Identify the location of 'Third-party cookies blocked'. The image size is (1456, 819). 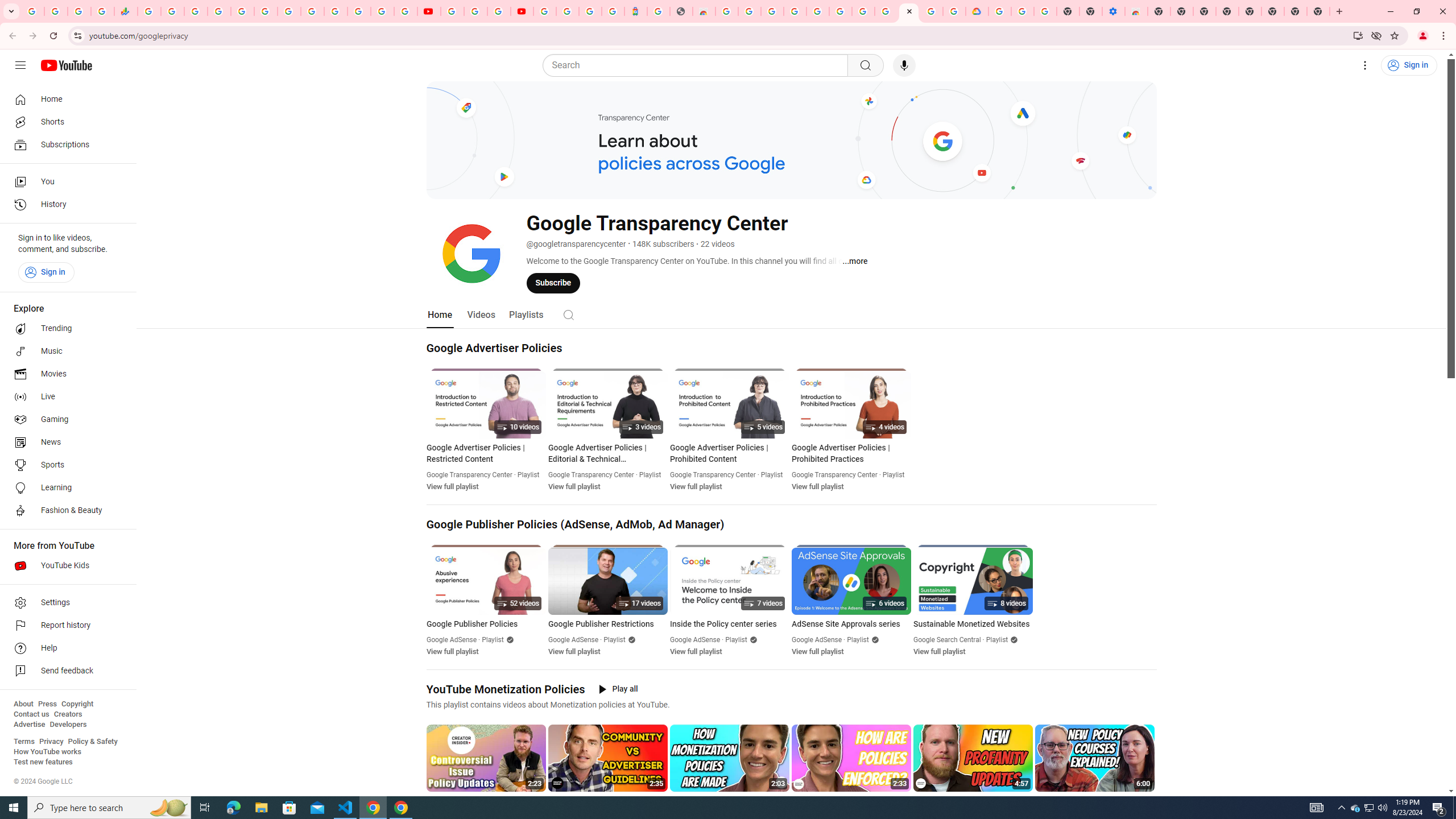
(1376, 35).